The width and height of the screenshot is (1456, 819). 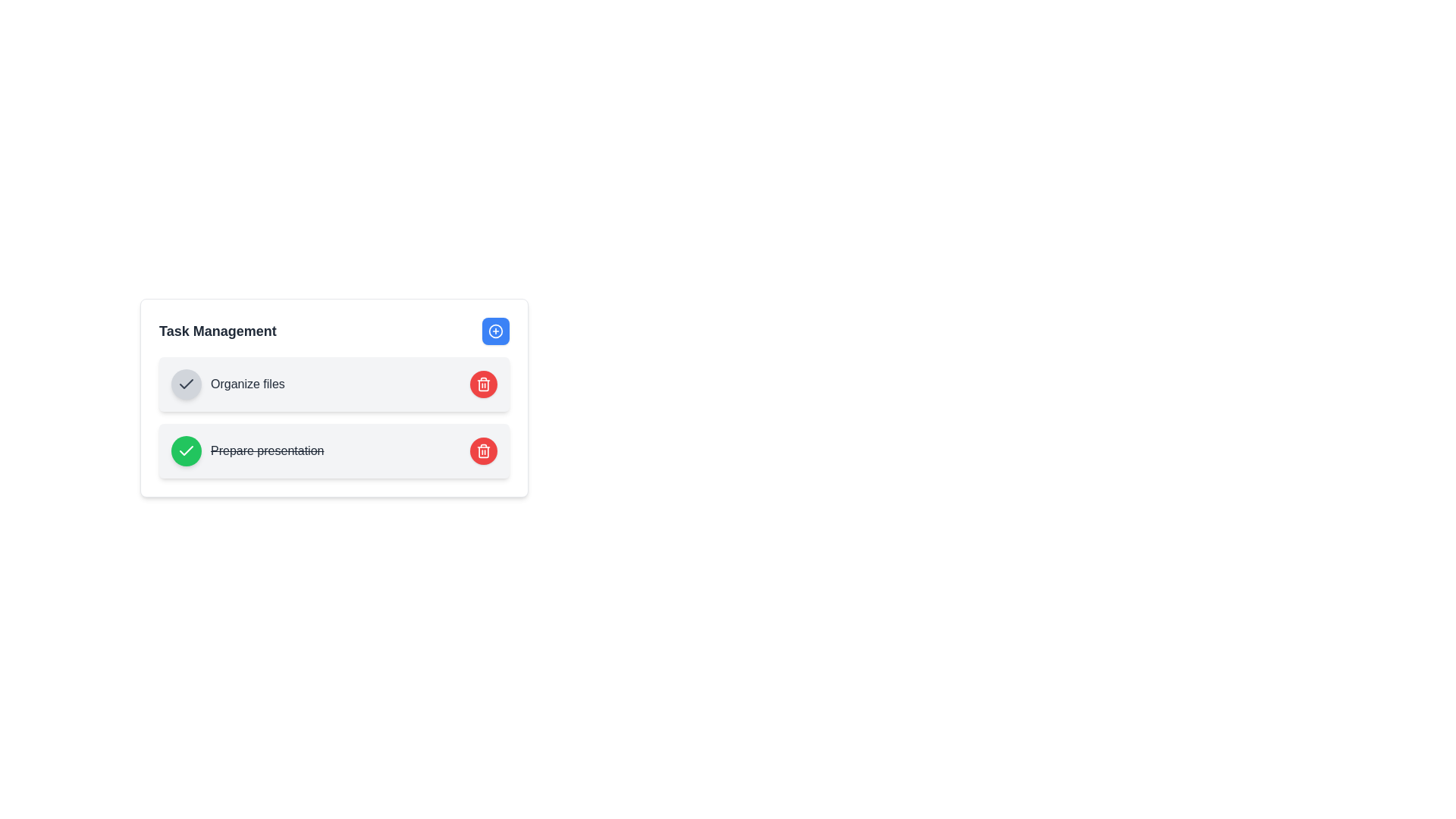 I want to click on the delete icon inside the circular red button for the task labeled 'Prepare presentation', so click(x=483, y=450).